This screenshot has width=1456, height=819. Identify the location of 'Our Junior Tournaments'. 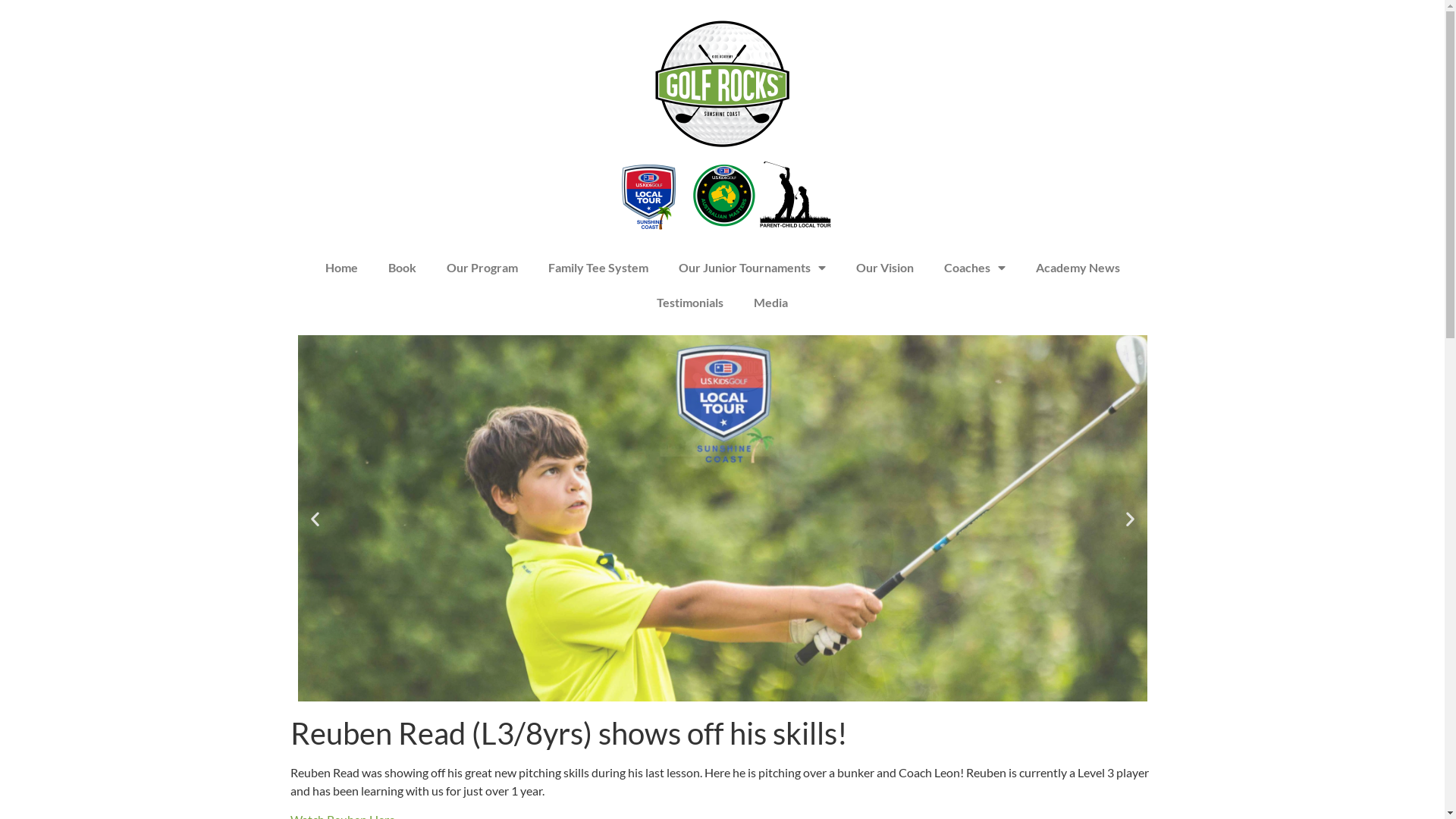
(751, 267).